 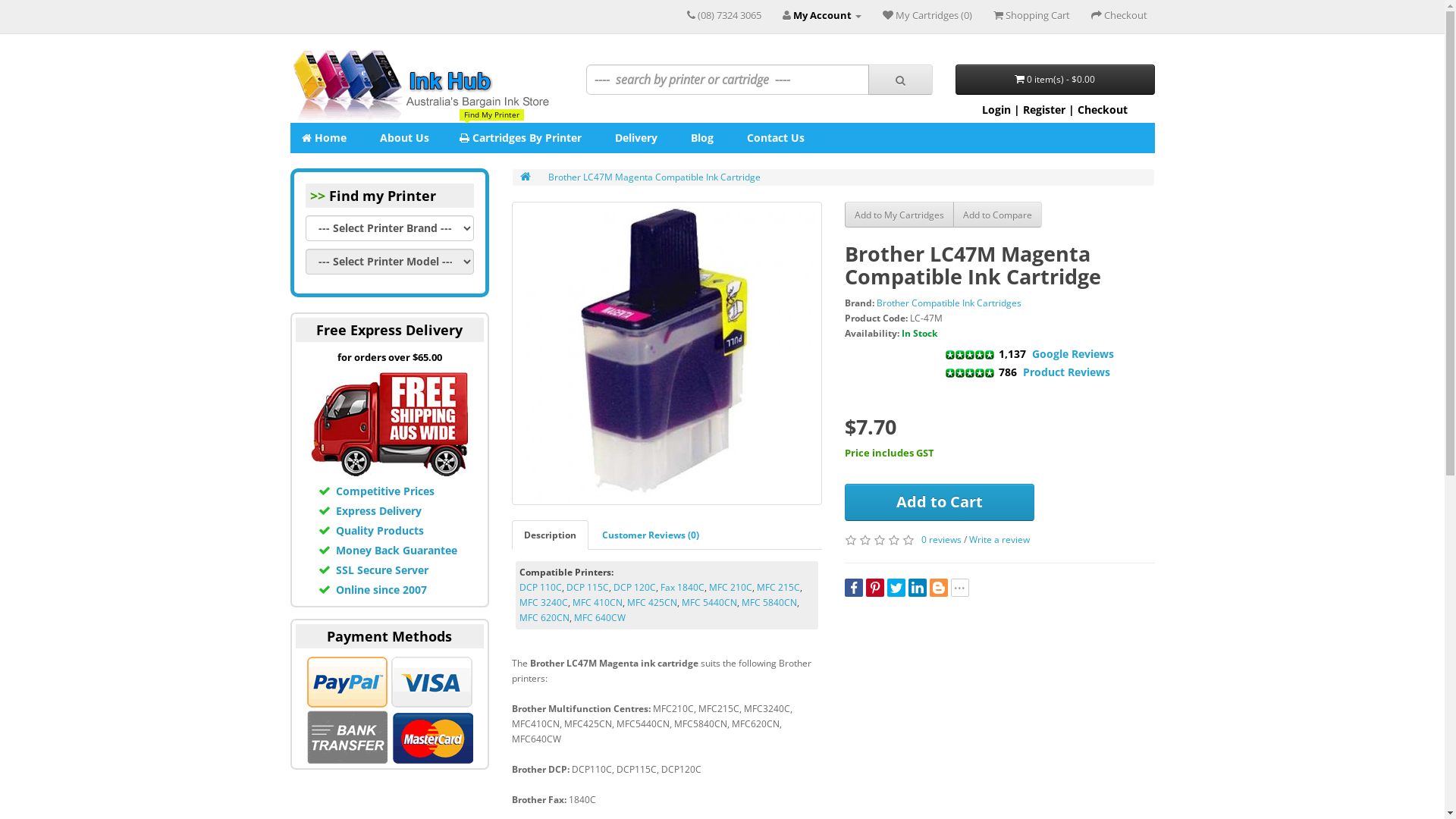 I want to click on 'Add to Cart', so click(x=938, y=502).